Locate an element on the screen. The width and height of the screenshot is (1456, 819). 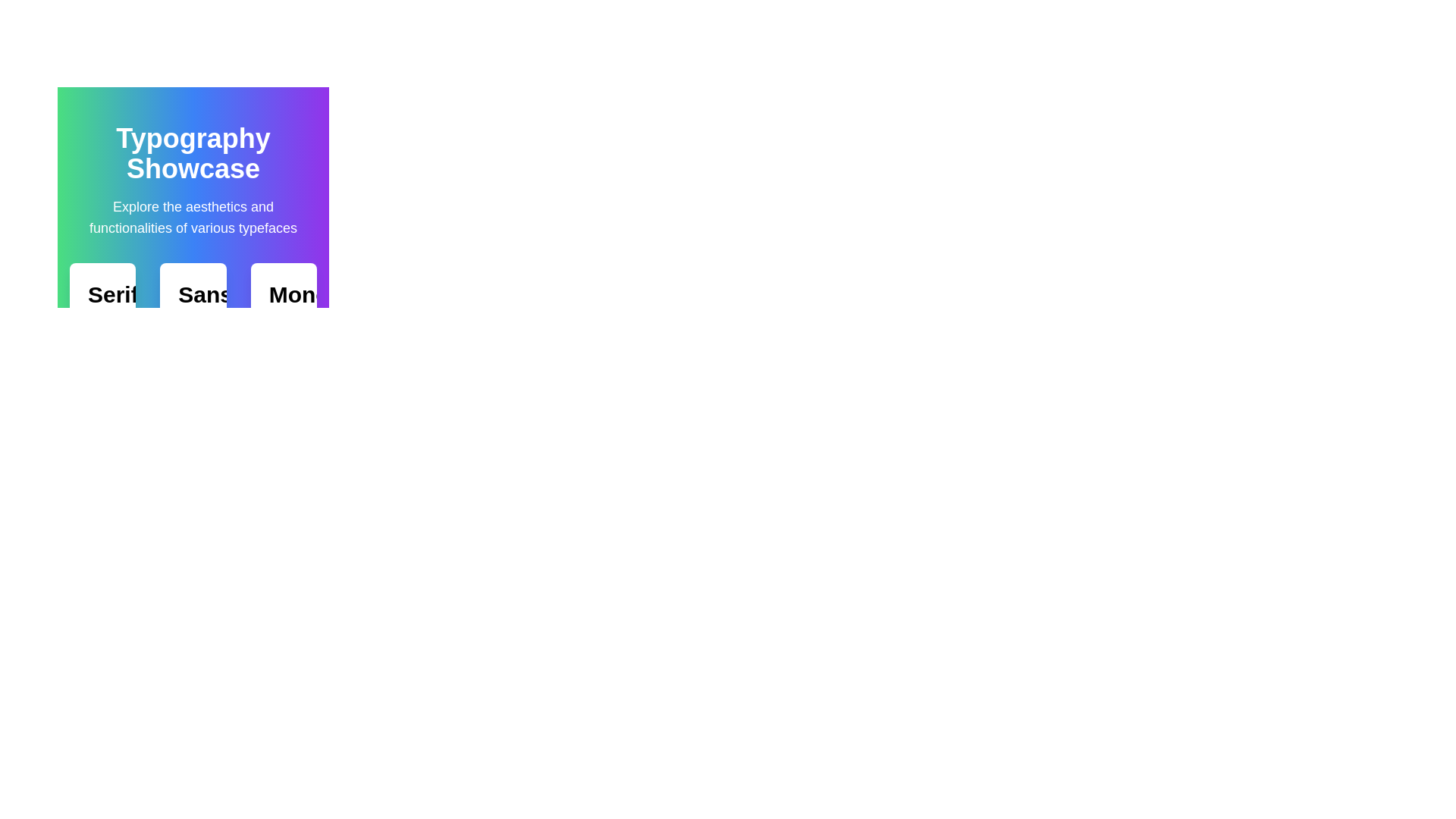
bold, large-font heading text 'Typography Showcase' that is centrally aligned in the header section with a colorful gradient background is located at coordinates (192, 154).